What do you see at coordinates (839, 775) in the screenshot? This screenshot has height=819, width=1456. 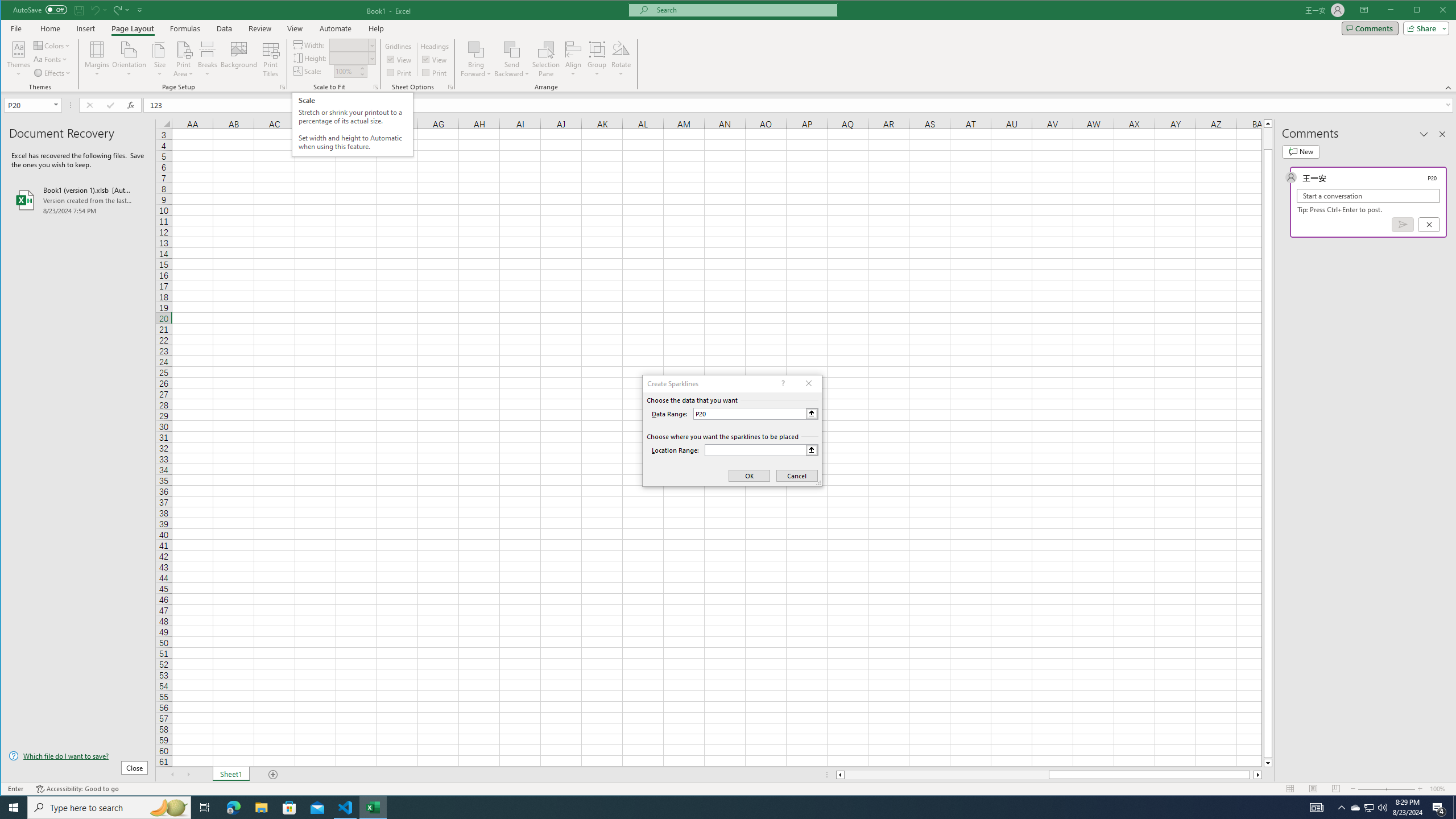 I see `'Column left'` at bounding box center [839, 775].